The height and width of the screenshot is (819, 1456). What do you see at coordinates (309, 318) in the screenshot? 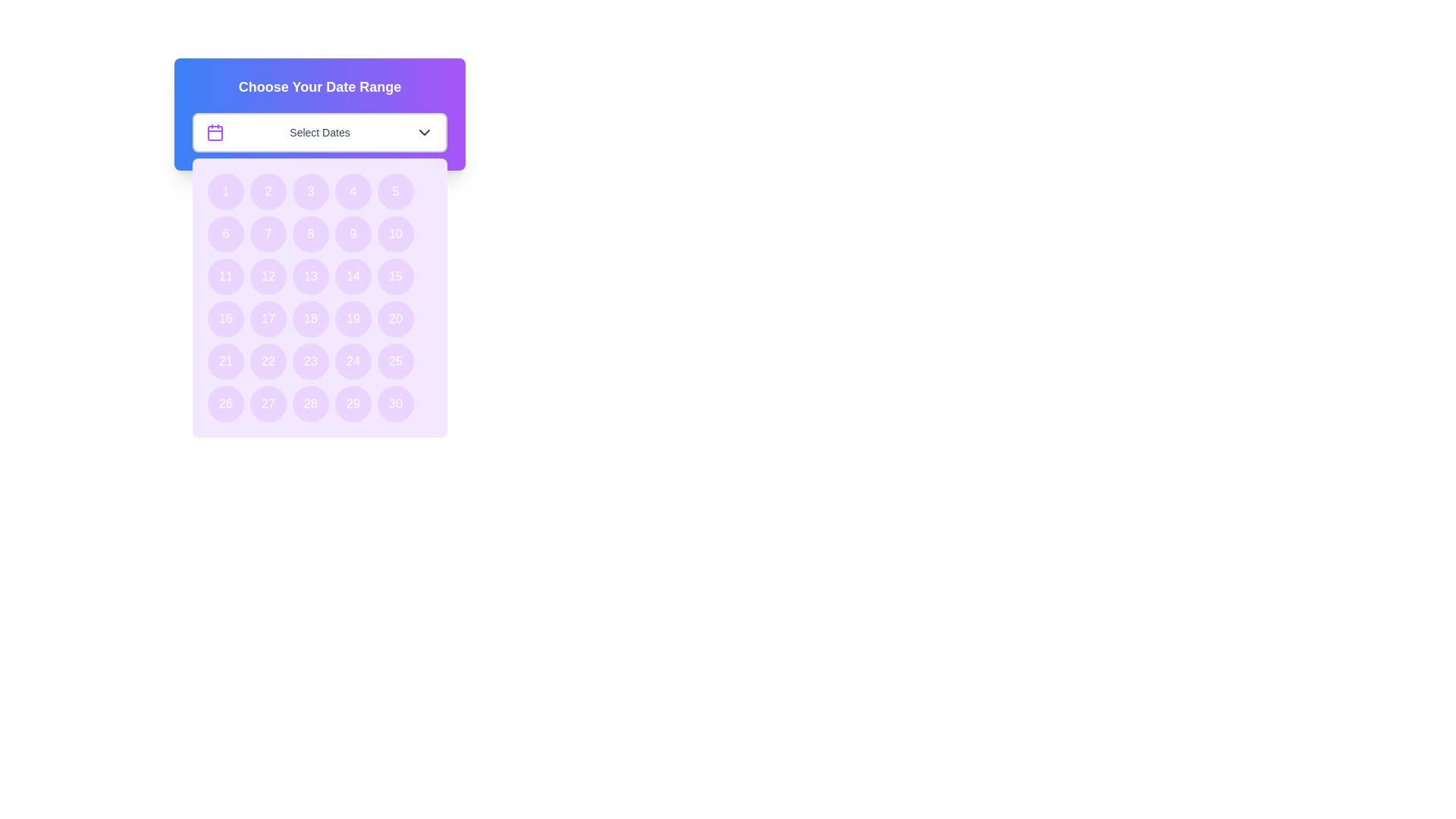
I see `the circular button with a light purple background displaying the number '18' in white text, located in the fourth row and third column of the date picker grid` at bounding box center [309, 318].